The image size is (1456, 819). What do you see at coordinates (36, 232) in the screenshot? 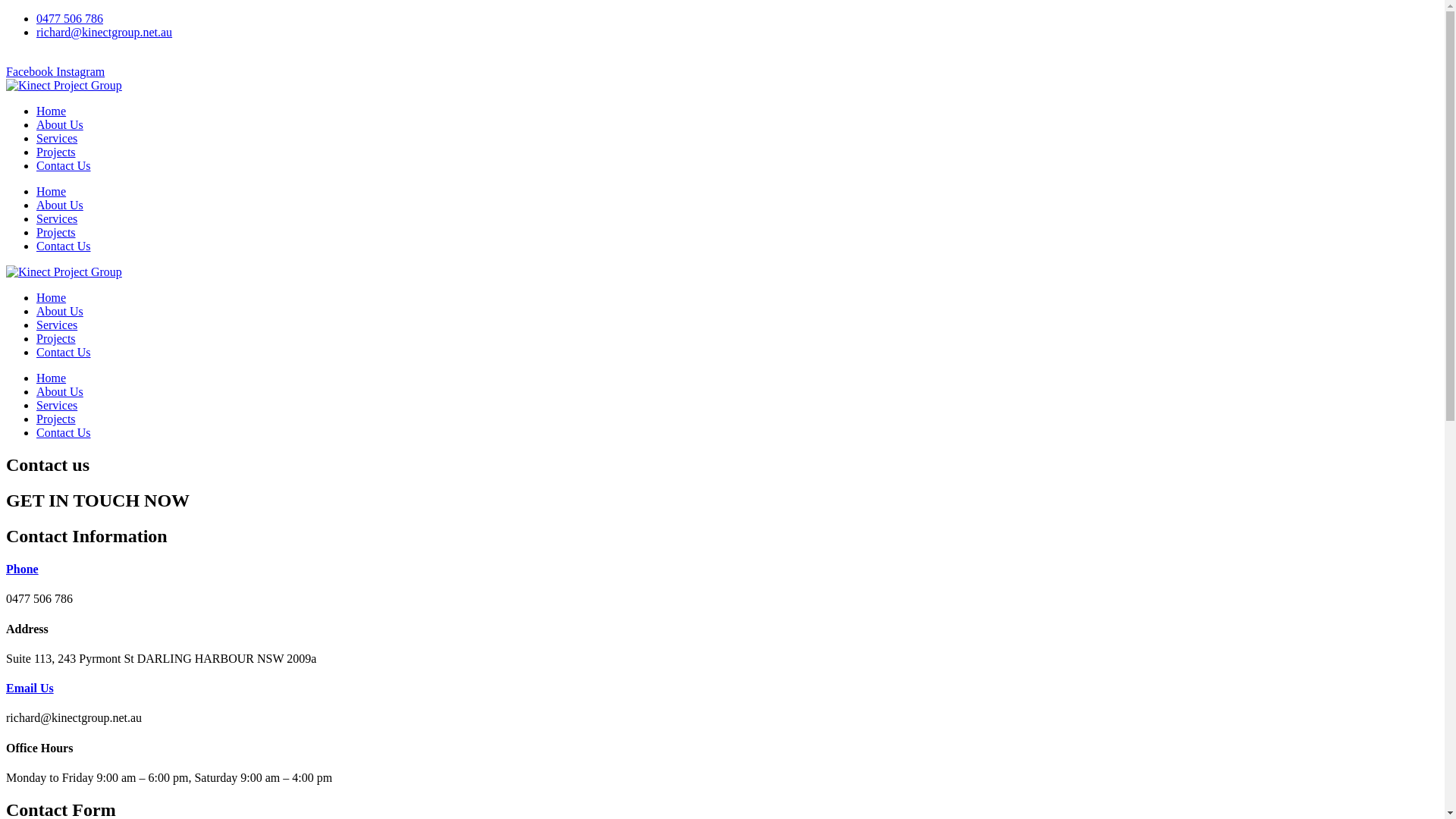
I see `'Projects'` at bounding box center [36, 232].